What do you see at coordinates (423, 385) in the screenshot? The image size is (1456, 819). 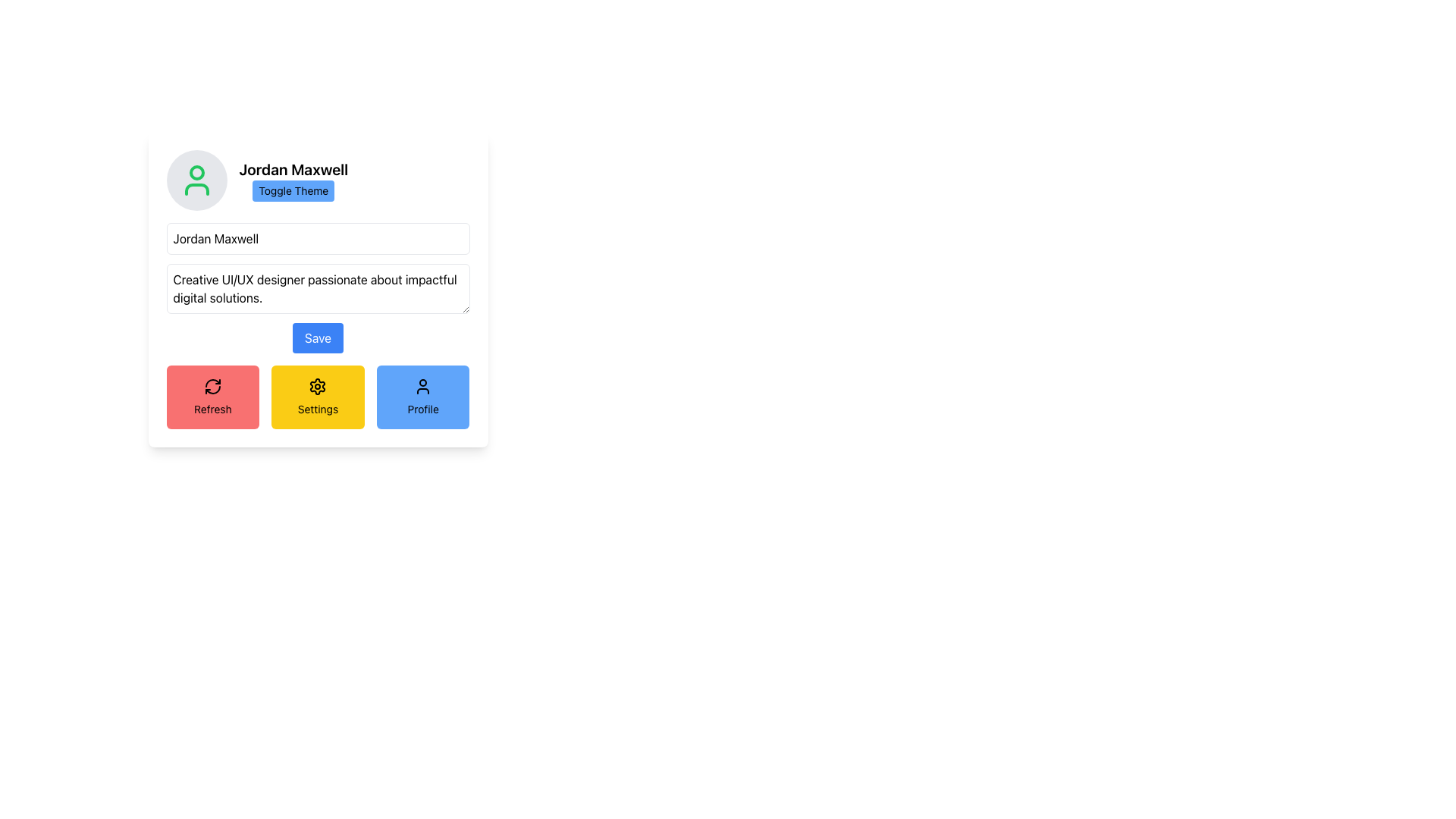 I see `the SVG icon located within the blue rectangular button above the text 'Profile'` at bounding box center [423, 385].